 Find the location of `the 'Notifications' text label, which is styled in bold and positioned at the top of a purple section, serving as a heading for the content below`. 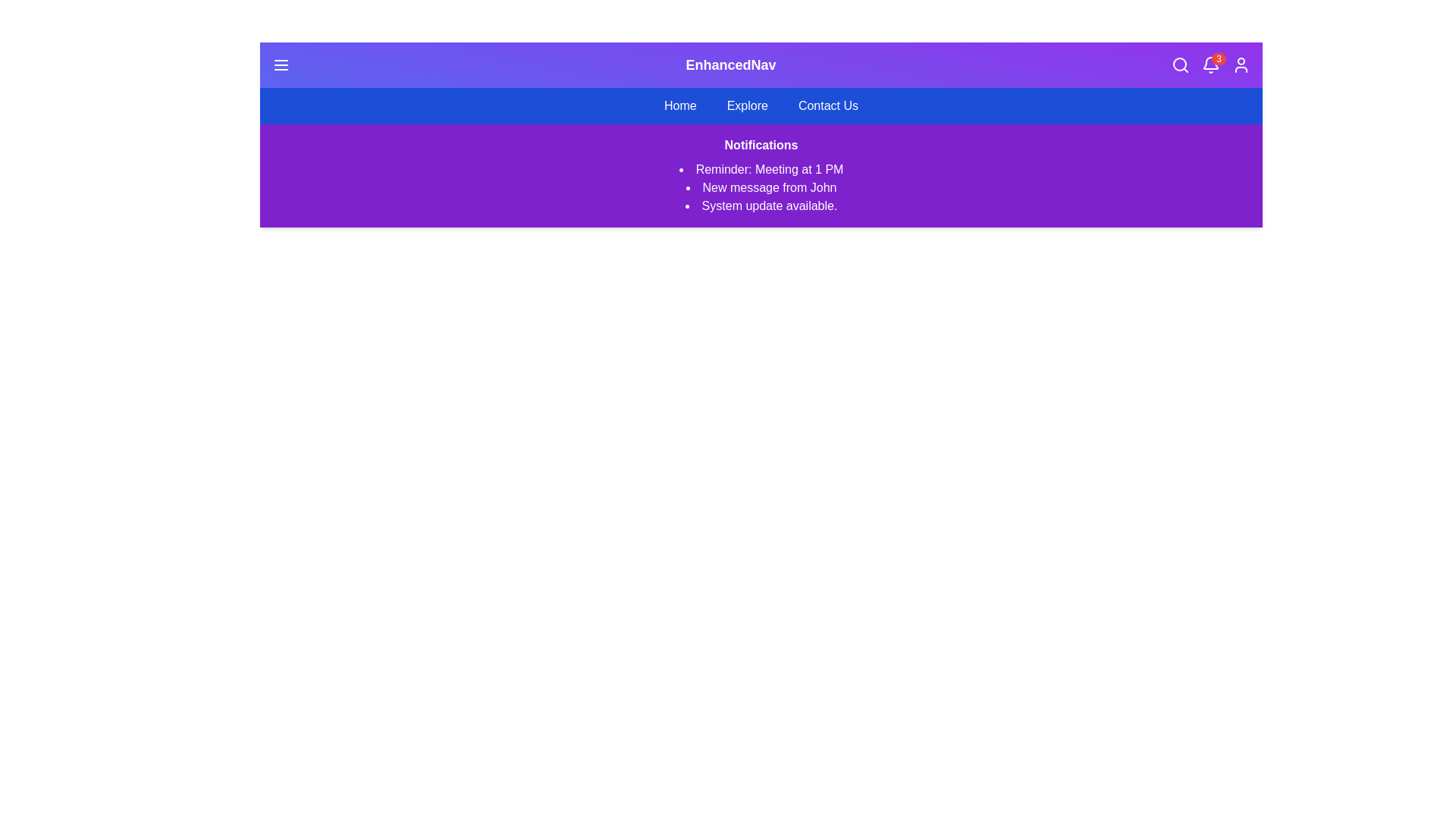

the 'Notifications' text label, which is styled in bold and positioned at the top of a purple section, serving as a heading for the content below is located at coordinates (761, 146).